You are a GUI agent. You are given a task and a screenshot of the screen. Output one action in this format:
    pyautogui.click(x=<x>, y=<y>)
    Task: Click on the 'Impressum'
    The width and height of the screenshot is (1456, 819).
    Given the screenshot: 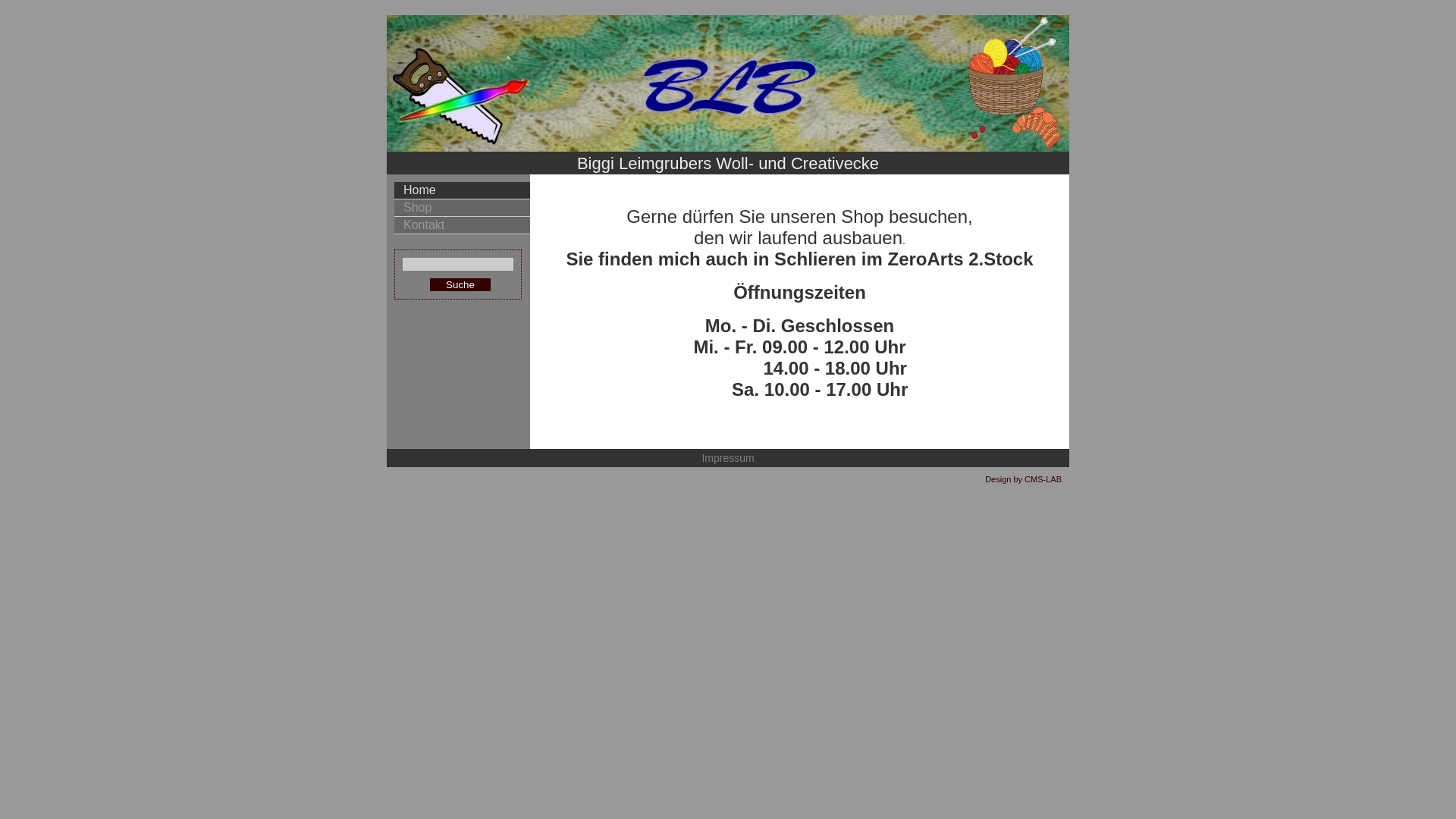 What is the action you would take?
    pyautogui.click(x=726, y=457)
    